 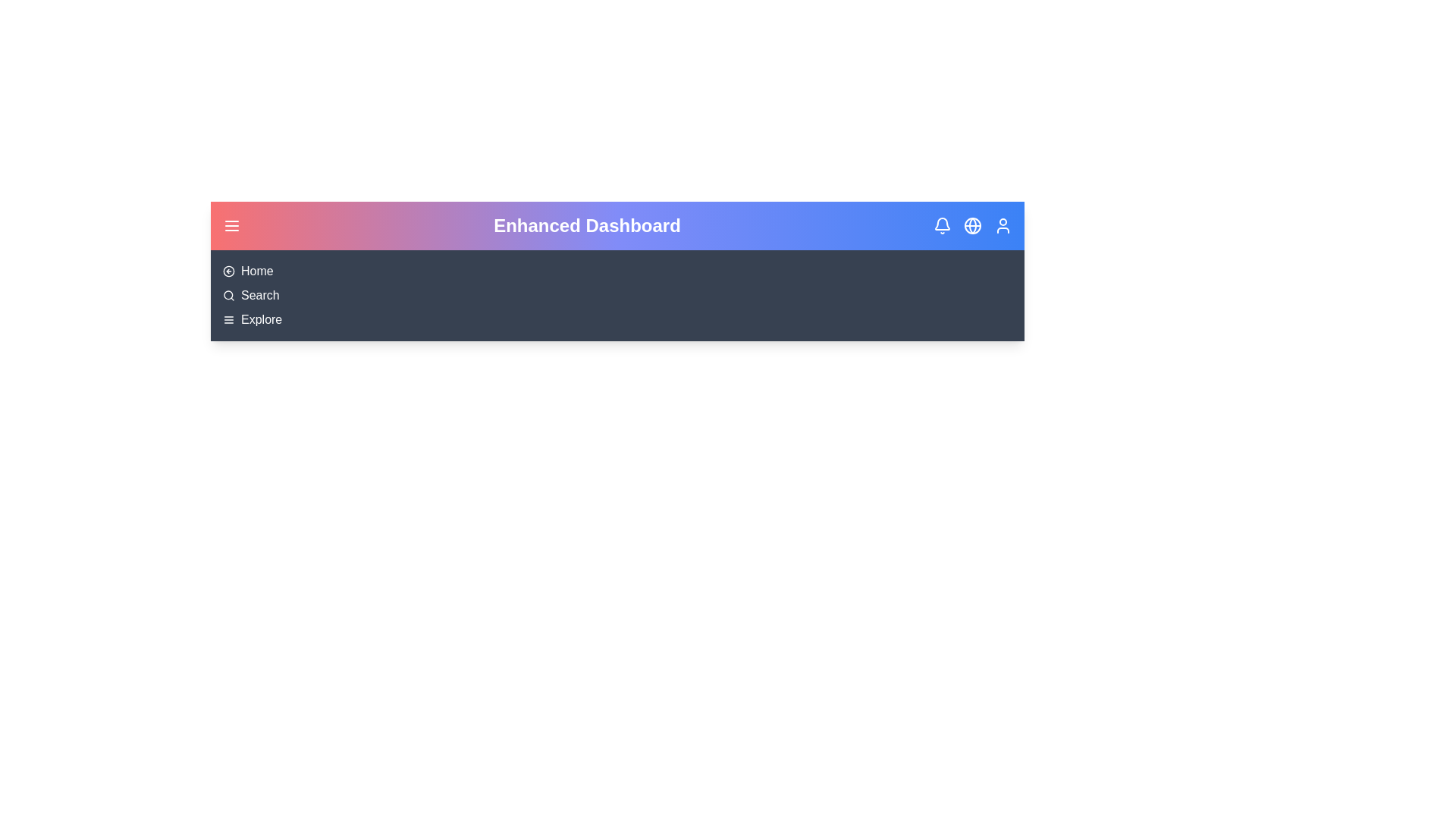 I want to click on the 'Globe' icon at its center position, so click(x=972, y=225).